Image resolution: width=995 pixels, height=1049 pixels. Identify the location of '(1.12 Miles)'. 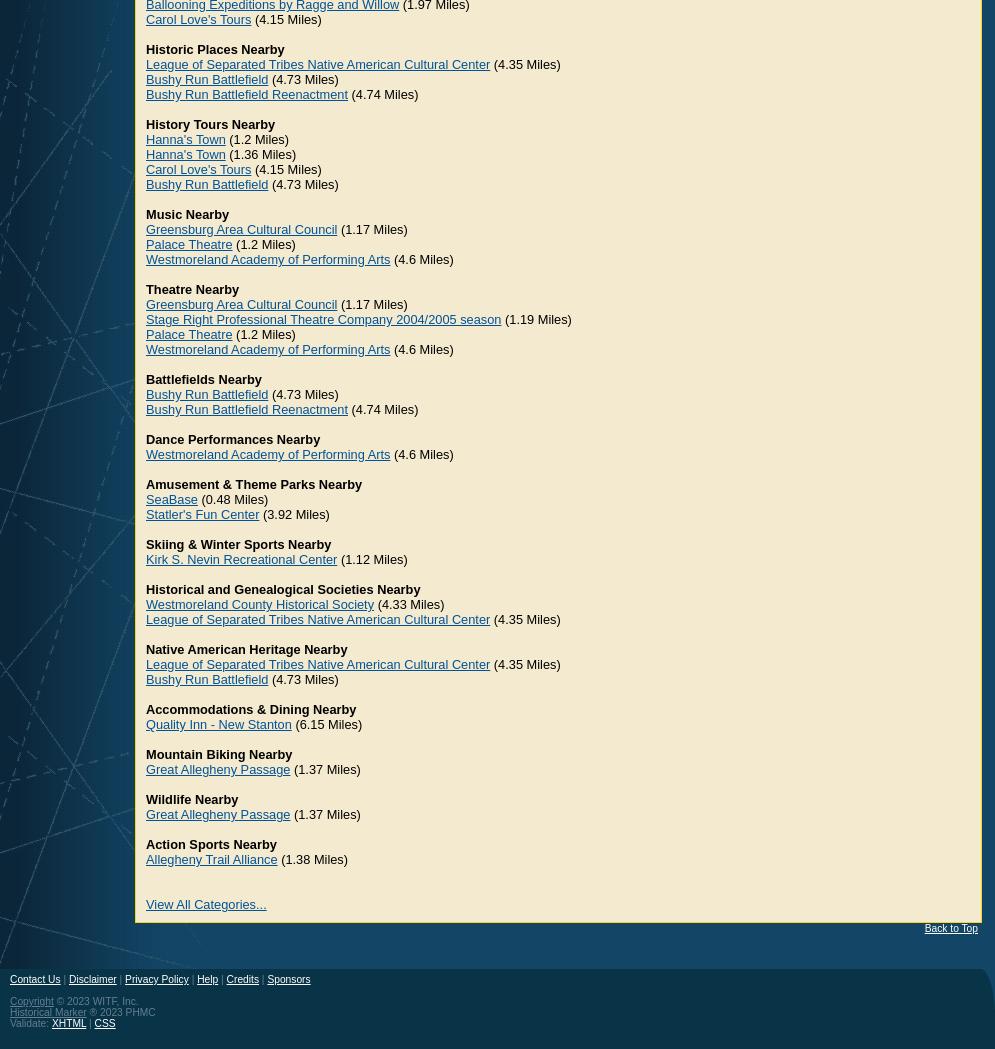
(371, 559).